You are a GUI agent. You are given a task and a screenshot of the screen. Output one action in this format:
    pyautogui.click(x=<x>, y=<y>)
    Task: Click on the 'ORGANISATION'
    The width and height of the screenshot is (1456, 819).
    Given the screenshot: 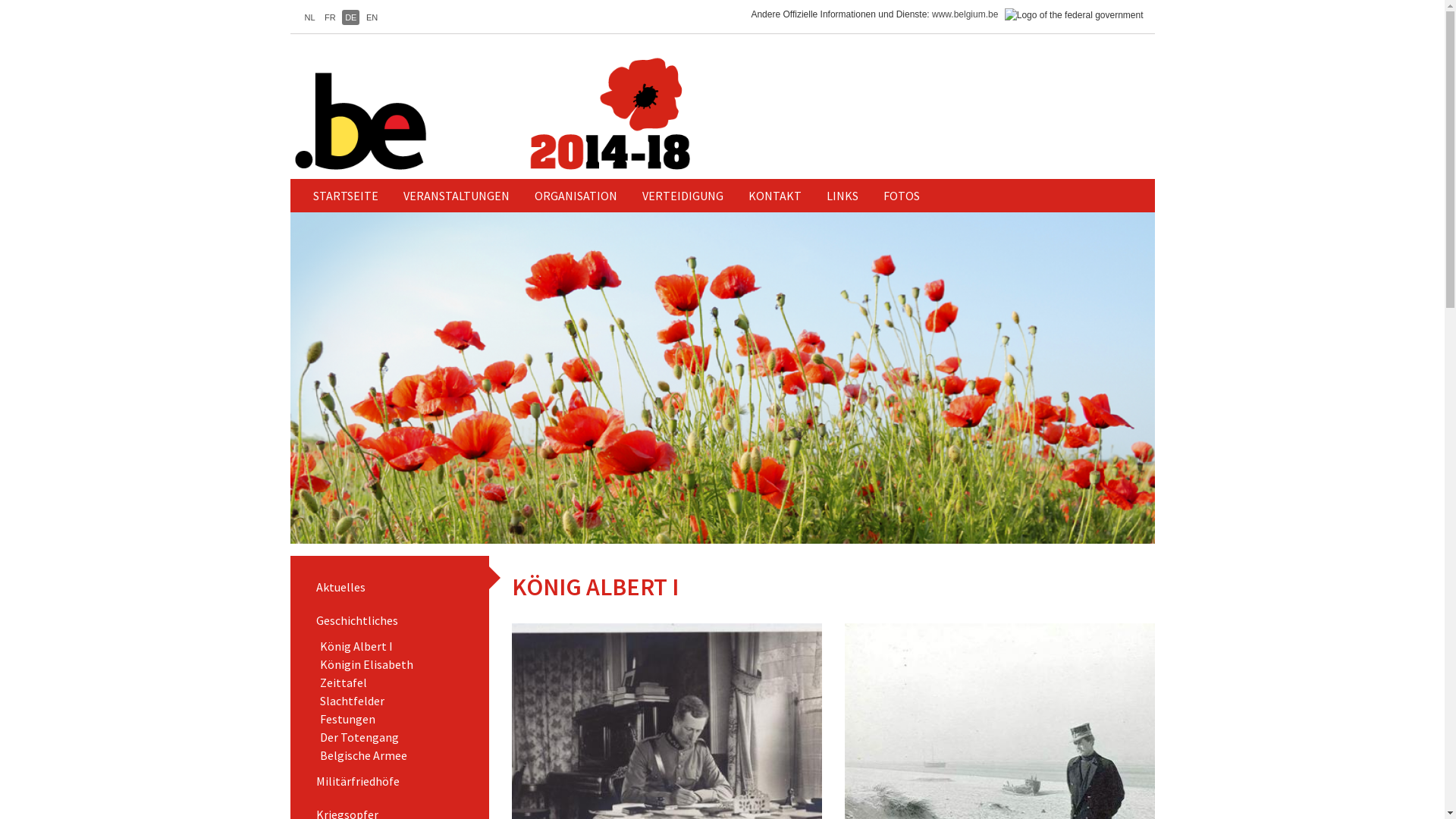 What is the action you would take?
    pyautogui.click(x=575, y=195)
    